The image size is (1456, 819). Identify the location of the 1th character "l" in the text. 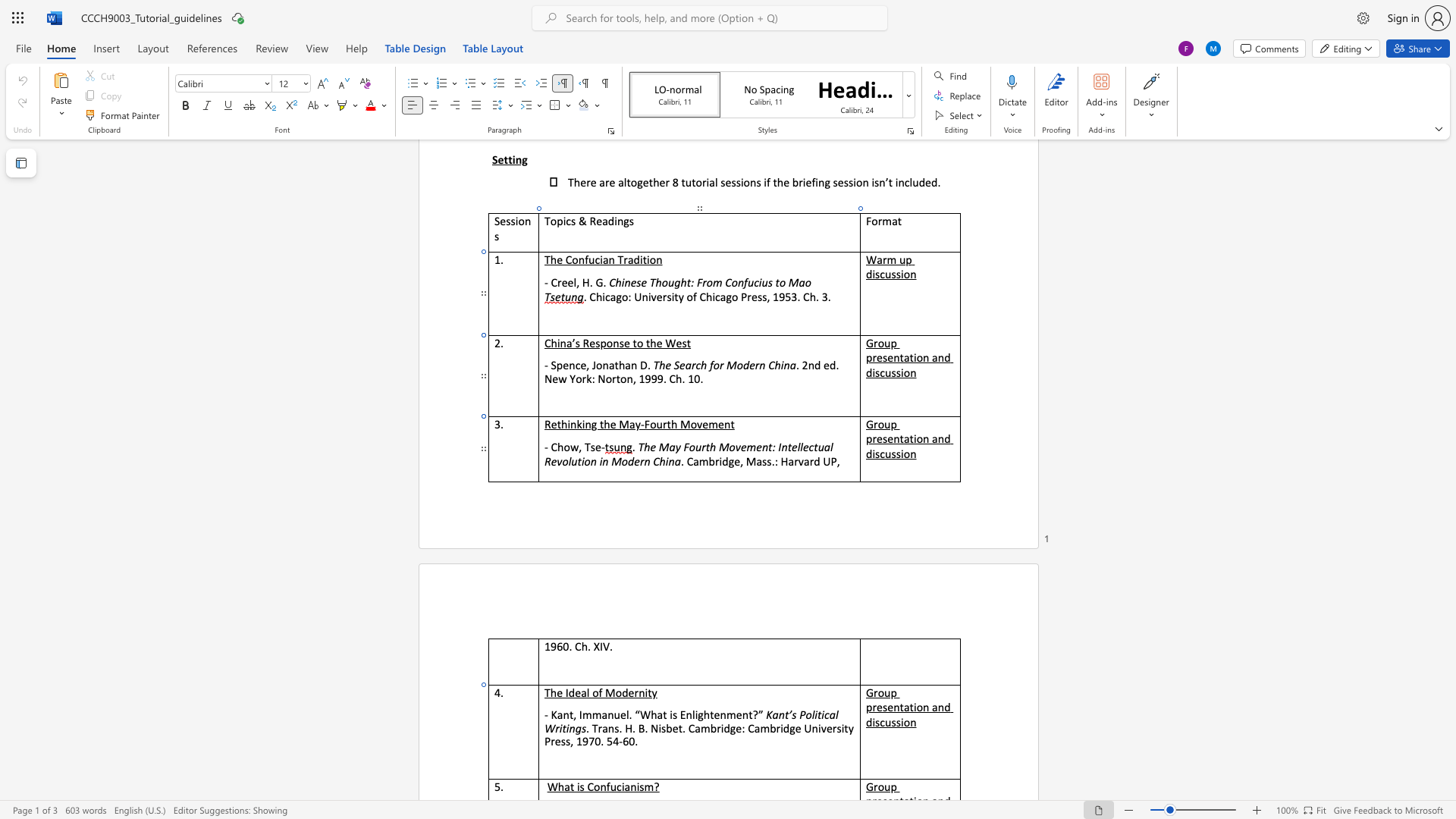
(627, 714).